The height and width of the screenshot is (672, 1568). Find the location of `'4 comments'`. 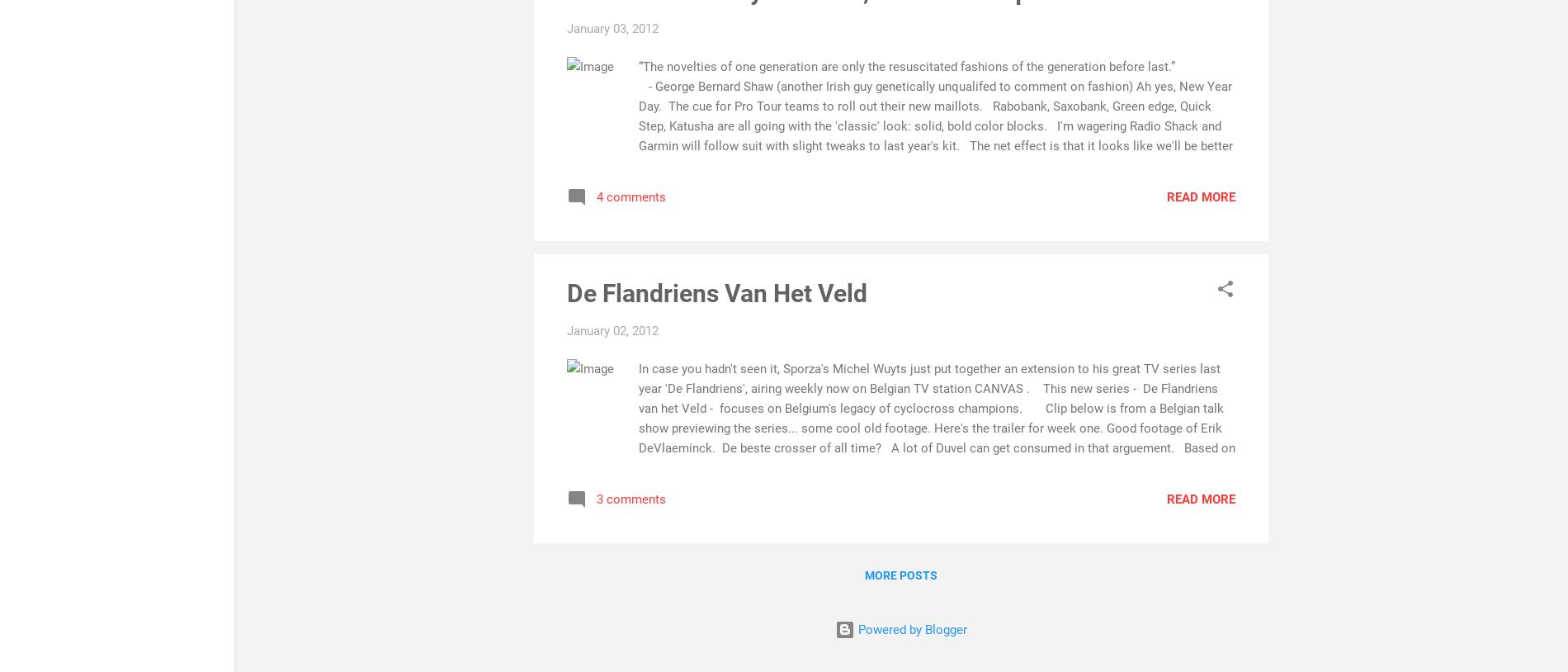

'4 comments' is located at coordinates (595, 196).